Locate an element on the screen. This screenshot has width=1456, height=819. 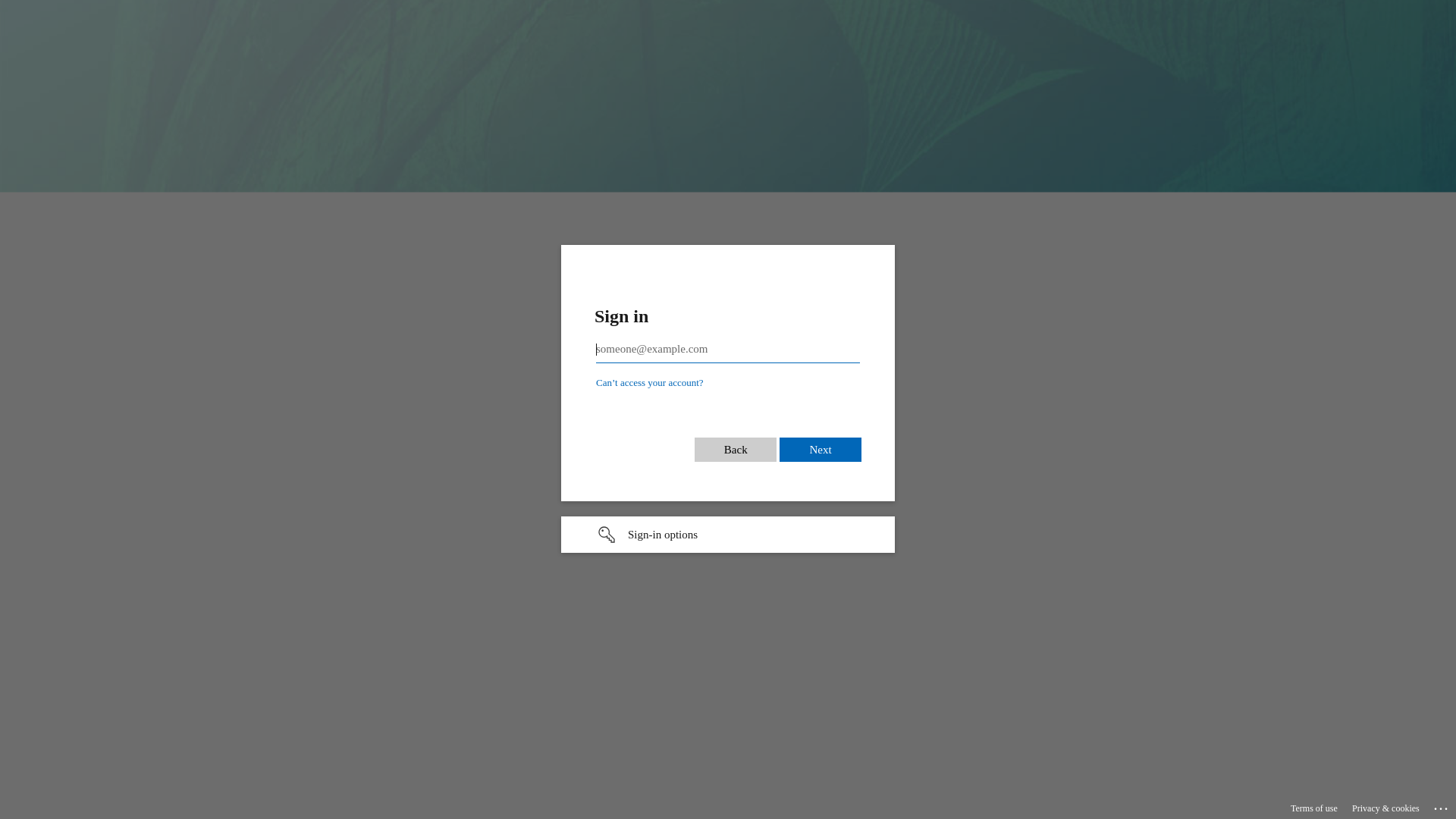
'Next' is located at coordinates (819, 449).